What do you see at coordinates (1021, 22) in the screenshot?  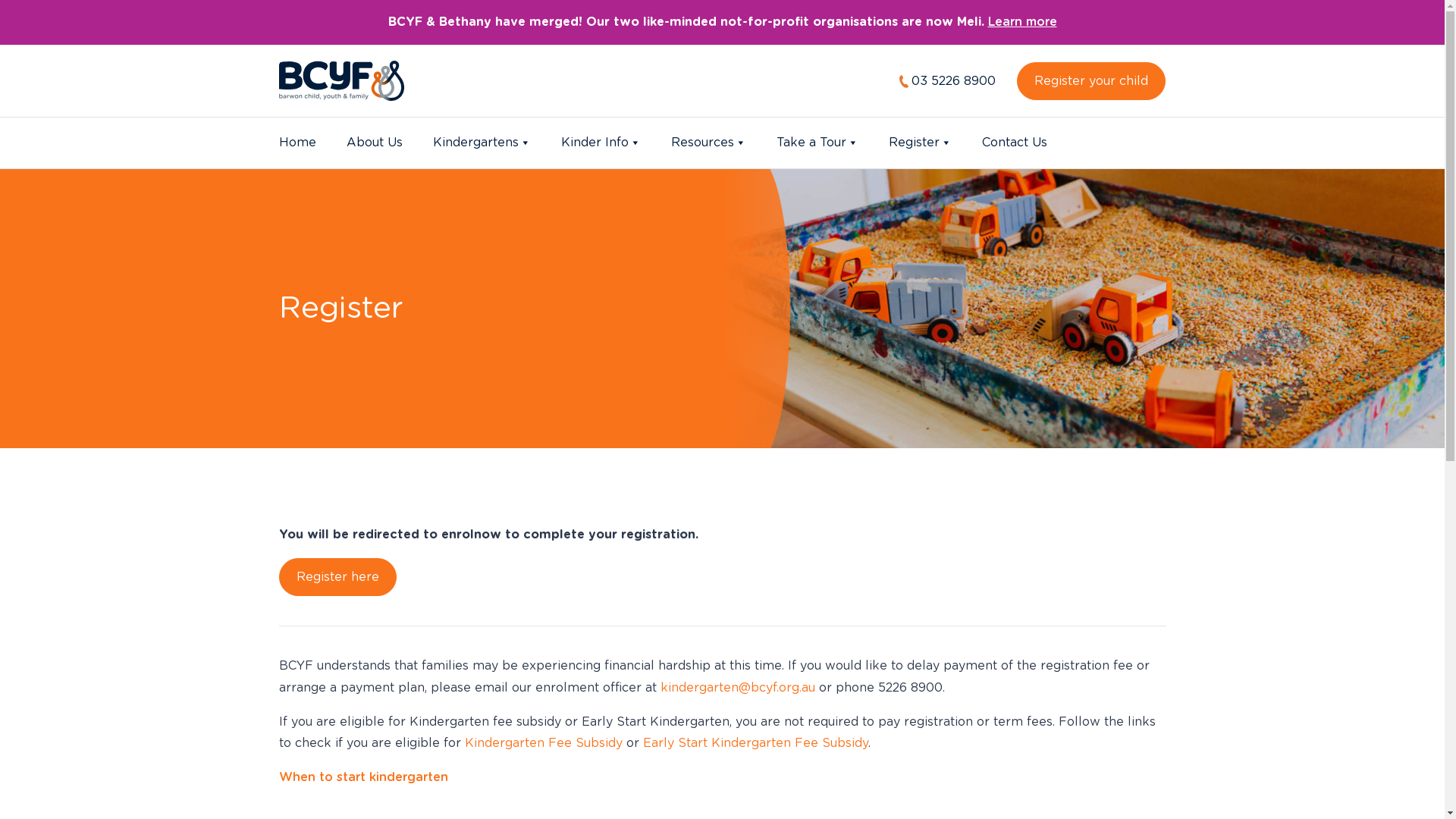 I see `'Learn more'` at bounding box center [1021, 22].